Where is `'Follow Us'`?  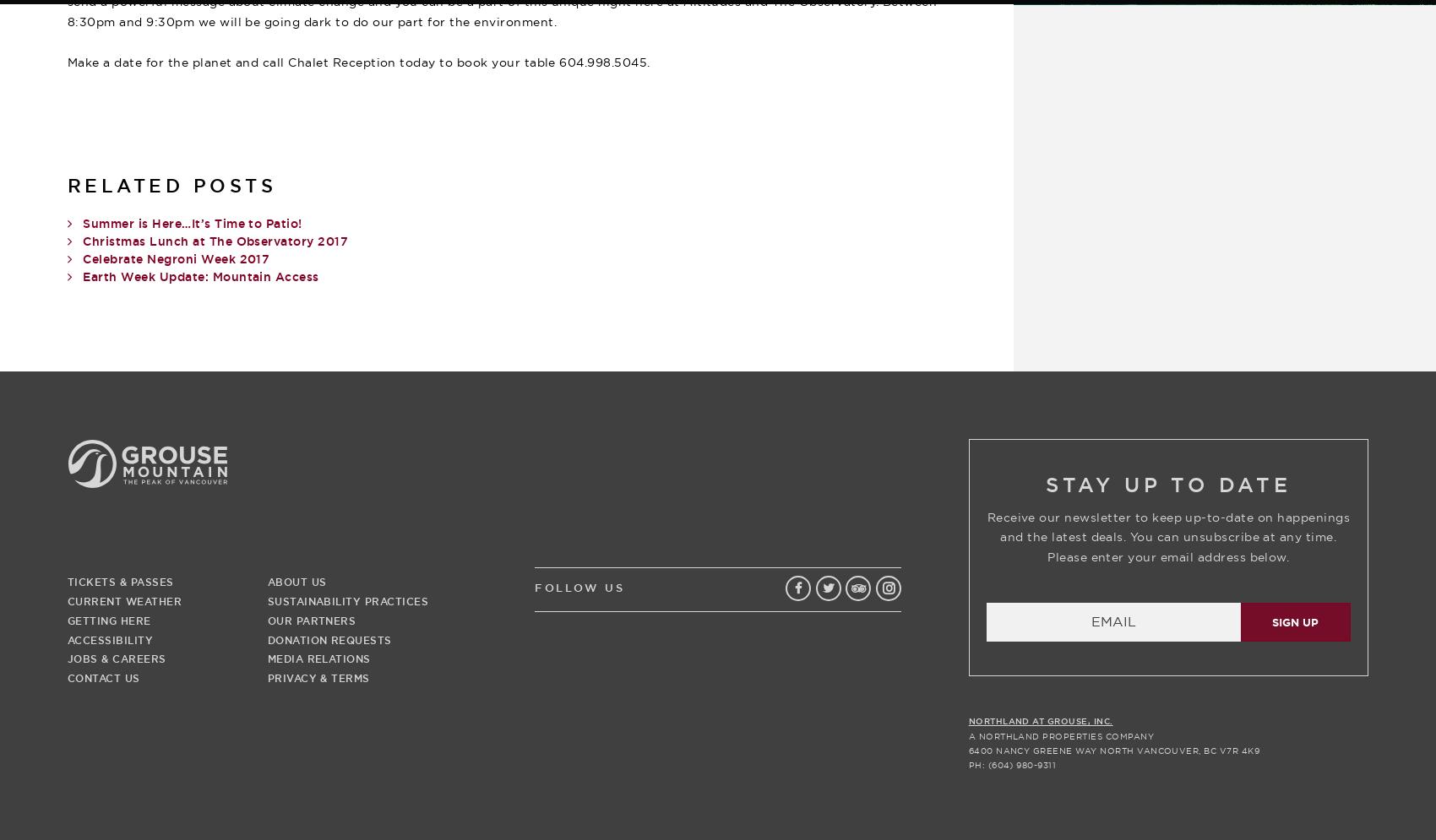 'Follow Us' is located at coordinates (579, 588).